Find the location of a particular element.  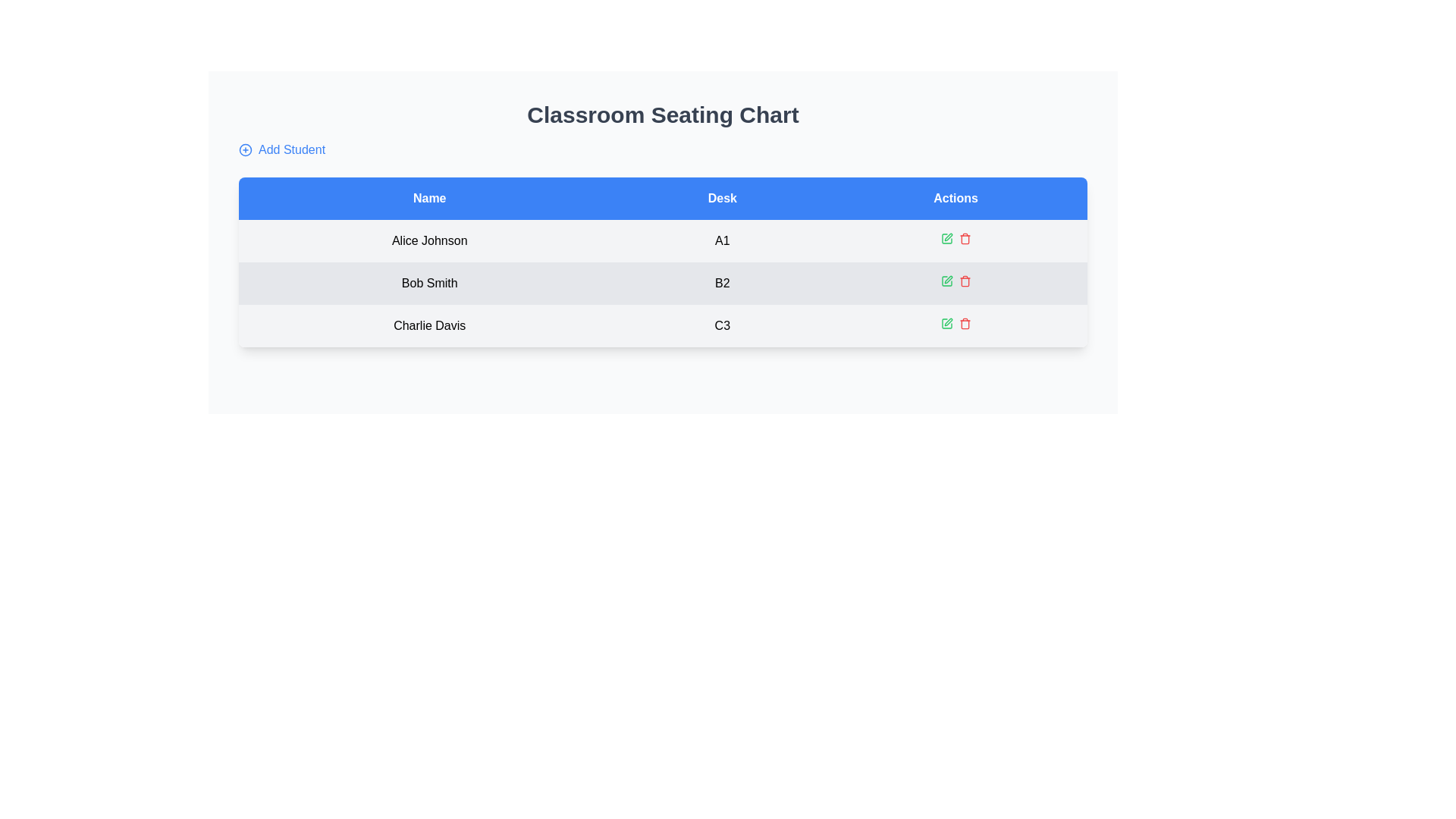

the static text label at the center-top section of the interface, which serves as the title or headline of the page is located at coordinates (663, 114).